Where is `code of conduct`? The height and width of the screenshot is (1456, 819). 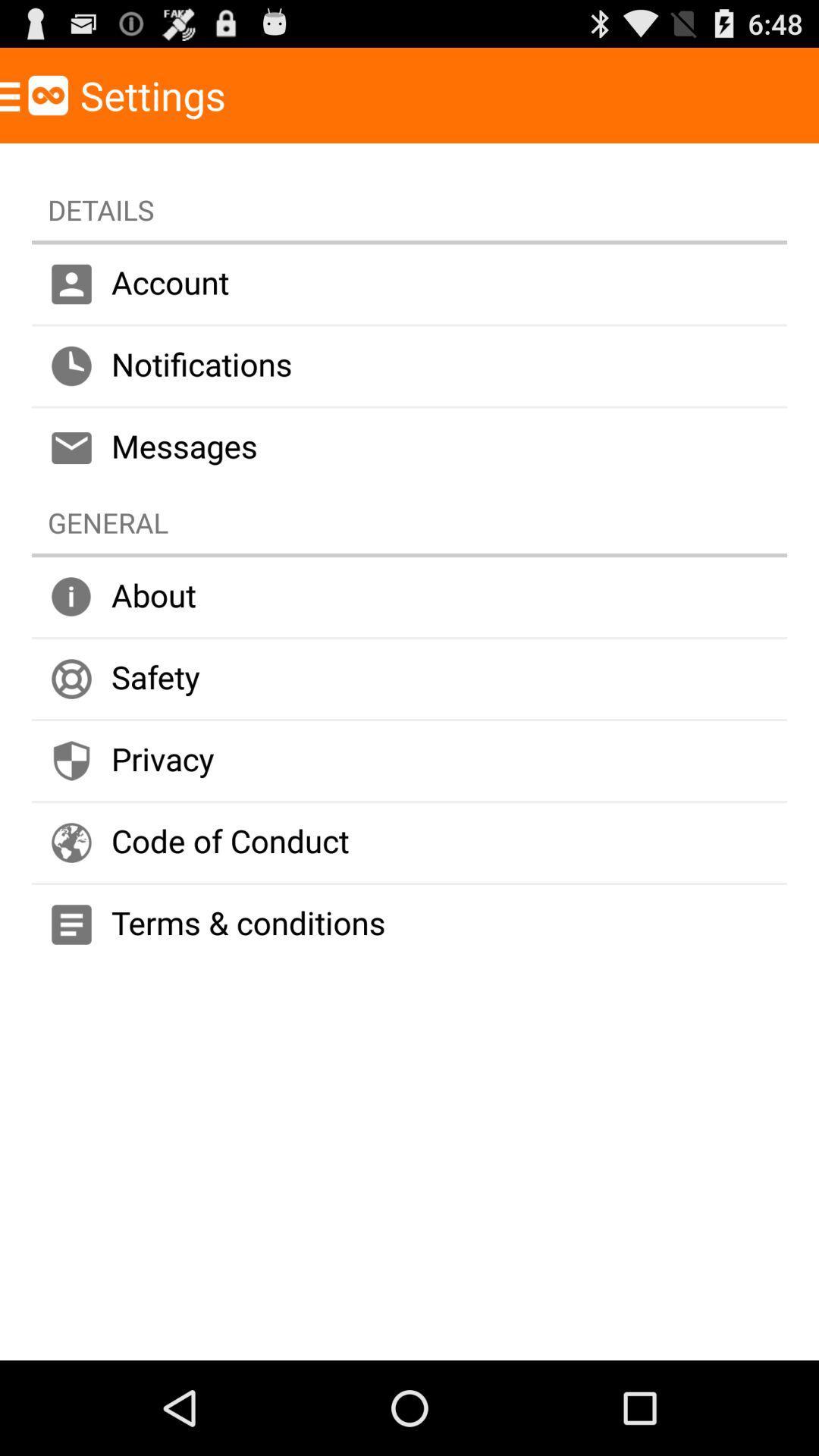 code of conduct is located at coordinates (409, 842).